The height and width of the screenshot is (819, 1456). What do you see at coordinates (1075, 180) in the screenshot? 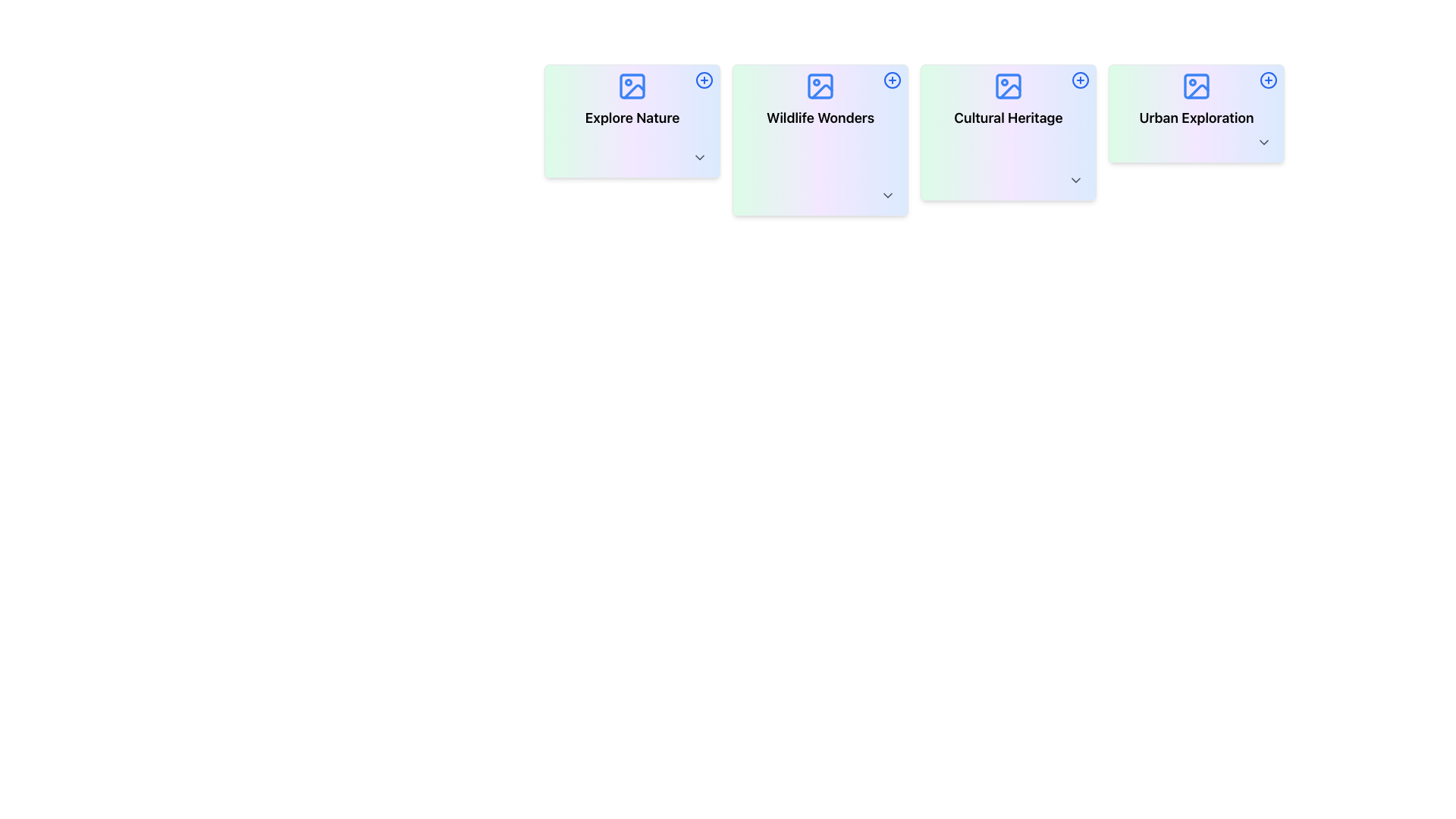
I see `the downward chevron icon button at the bottom-right corner of the 'Cultural Heritage' card` at bounding box center [1075, 180].